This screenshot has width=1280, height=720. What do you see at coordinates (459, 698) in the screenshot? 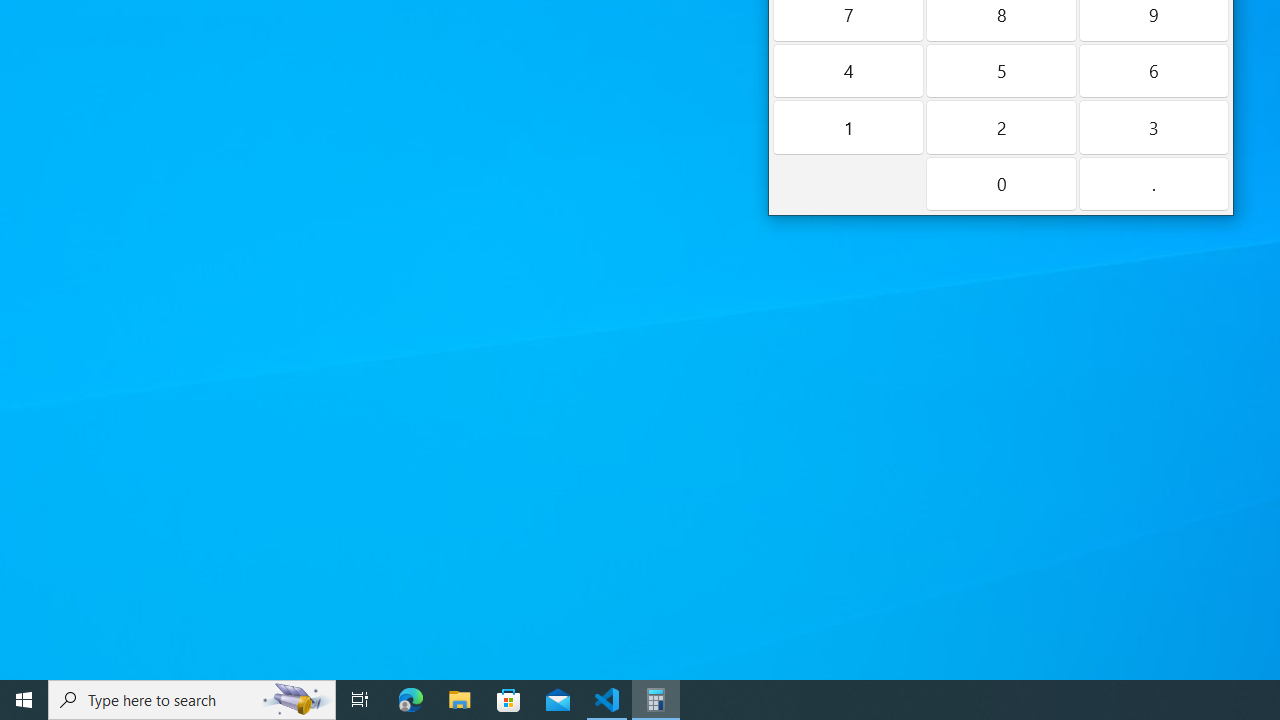
I see `'File Explorer'` at bounding box center [459, 698].